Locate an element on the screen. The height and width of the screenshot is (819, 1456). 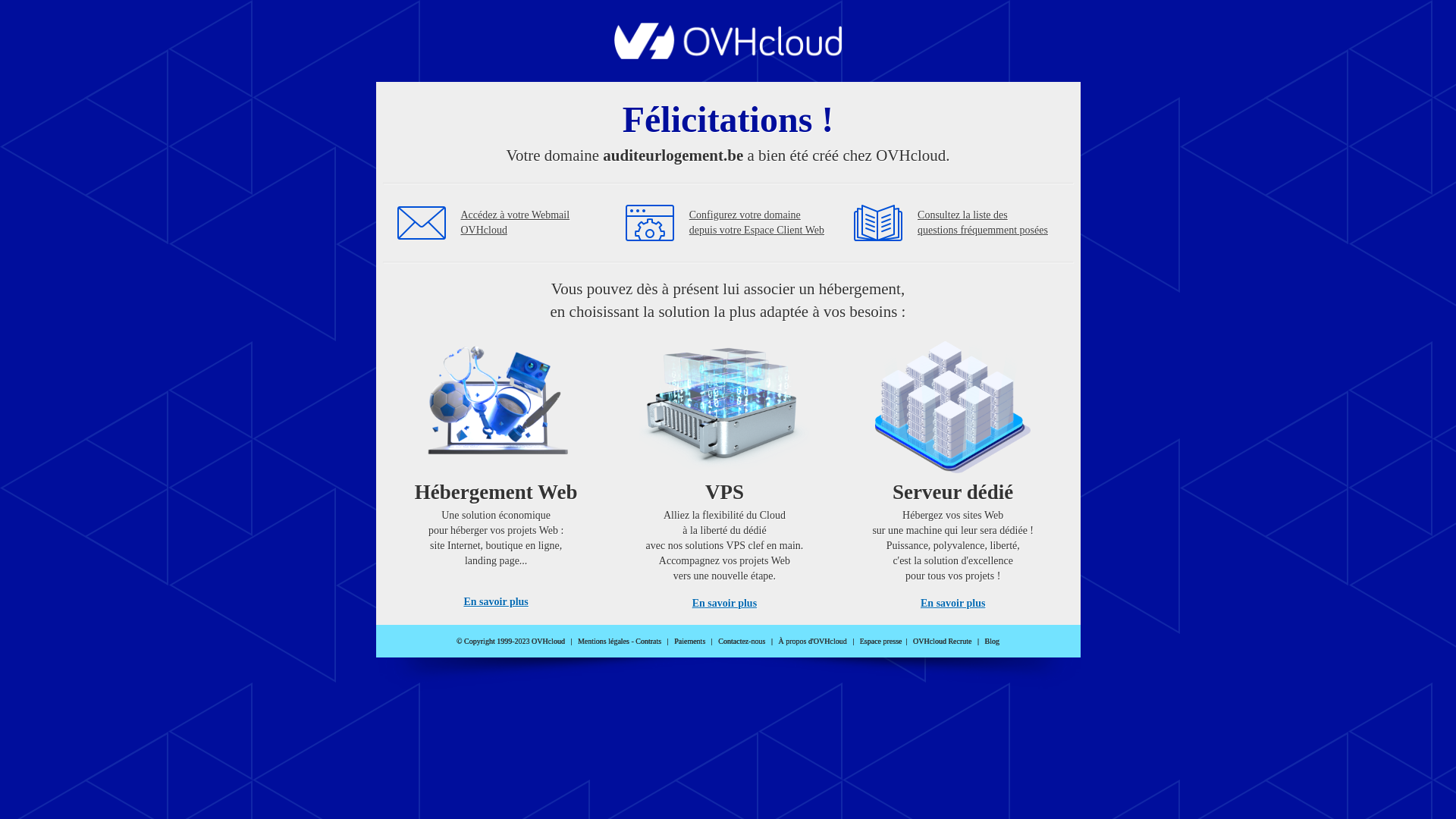
'Espace presse' is located at coordinates (859, 641).